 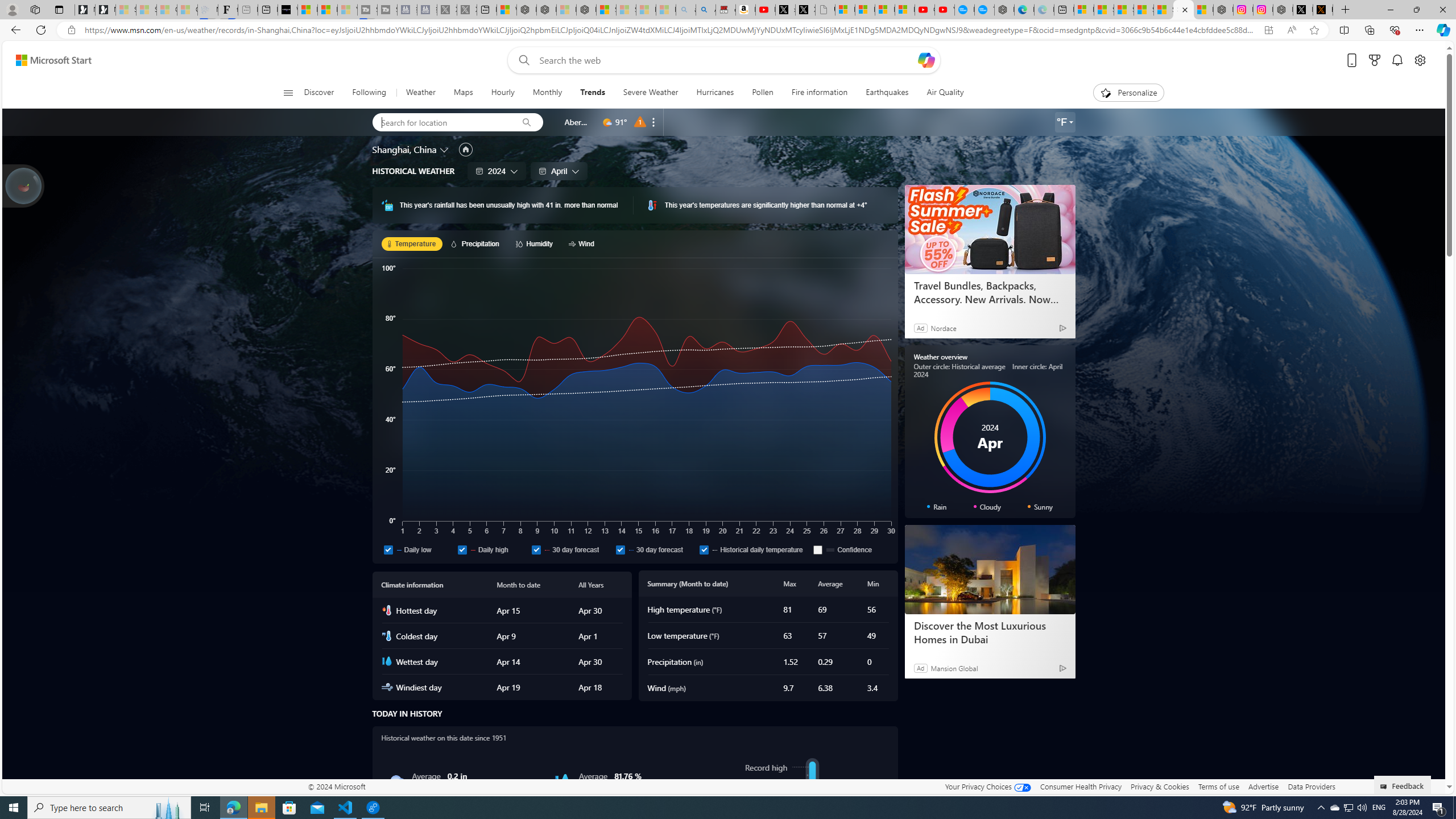 What do you see at coordinates (818, 549) in the screenshot?
I see `'Confidence'` at bounding box center [818, 549].